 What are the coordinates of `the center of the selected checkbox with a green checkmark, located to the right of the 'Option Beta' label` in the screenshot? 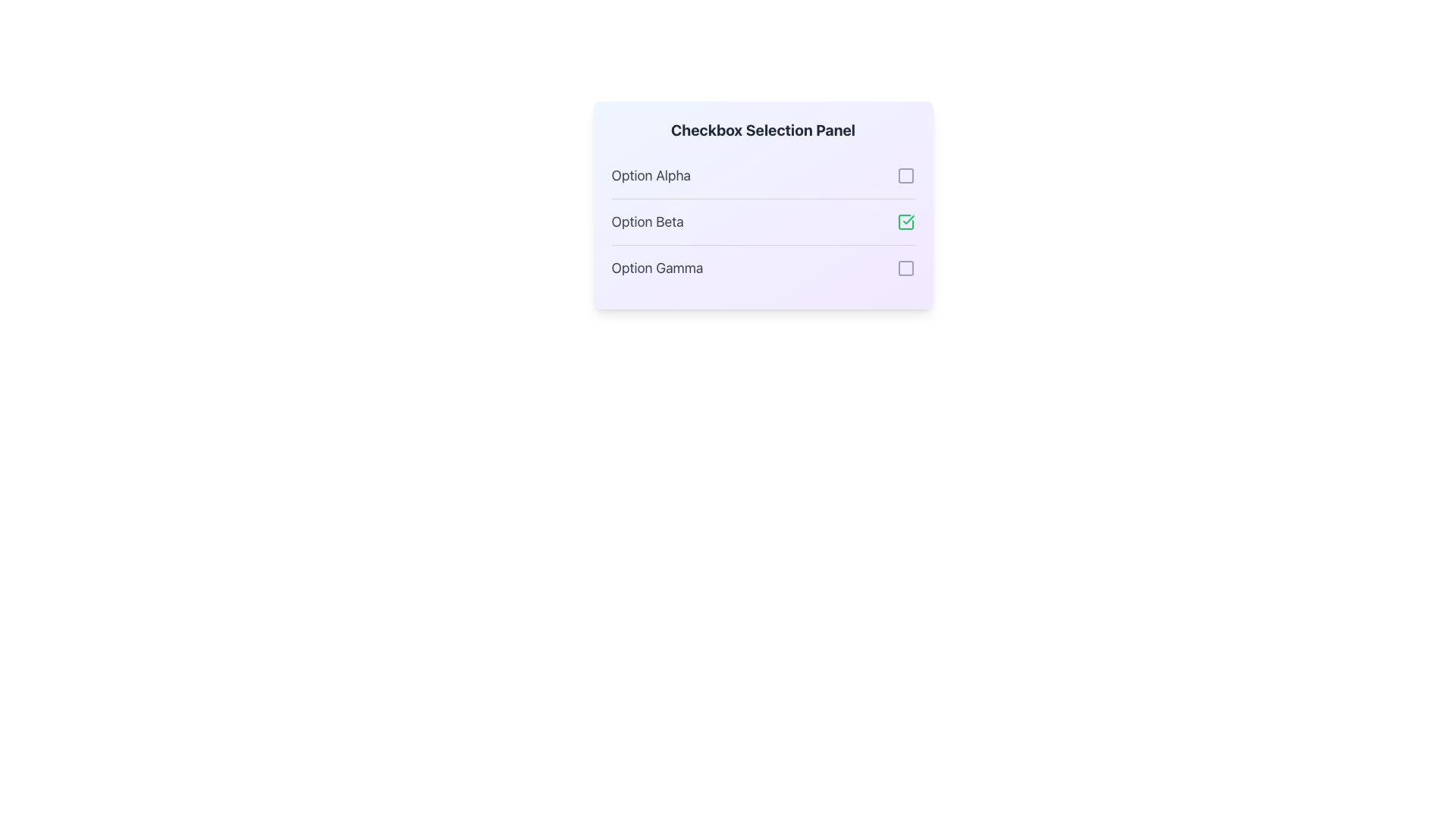 It's located at (905, 222).